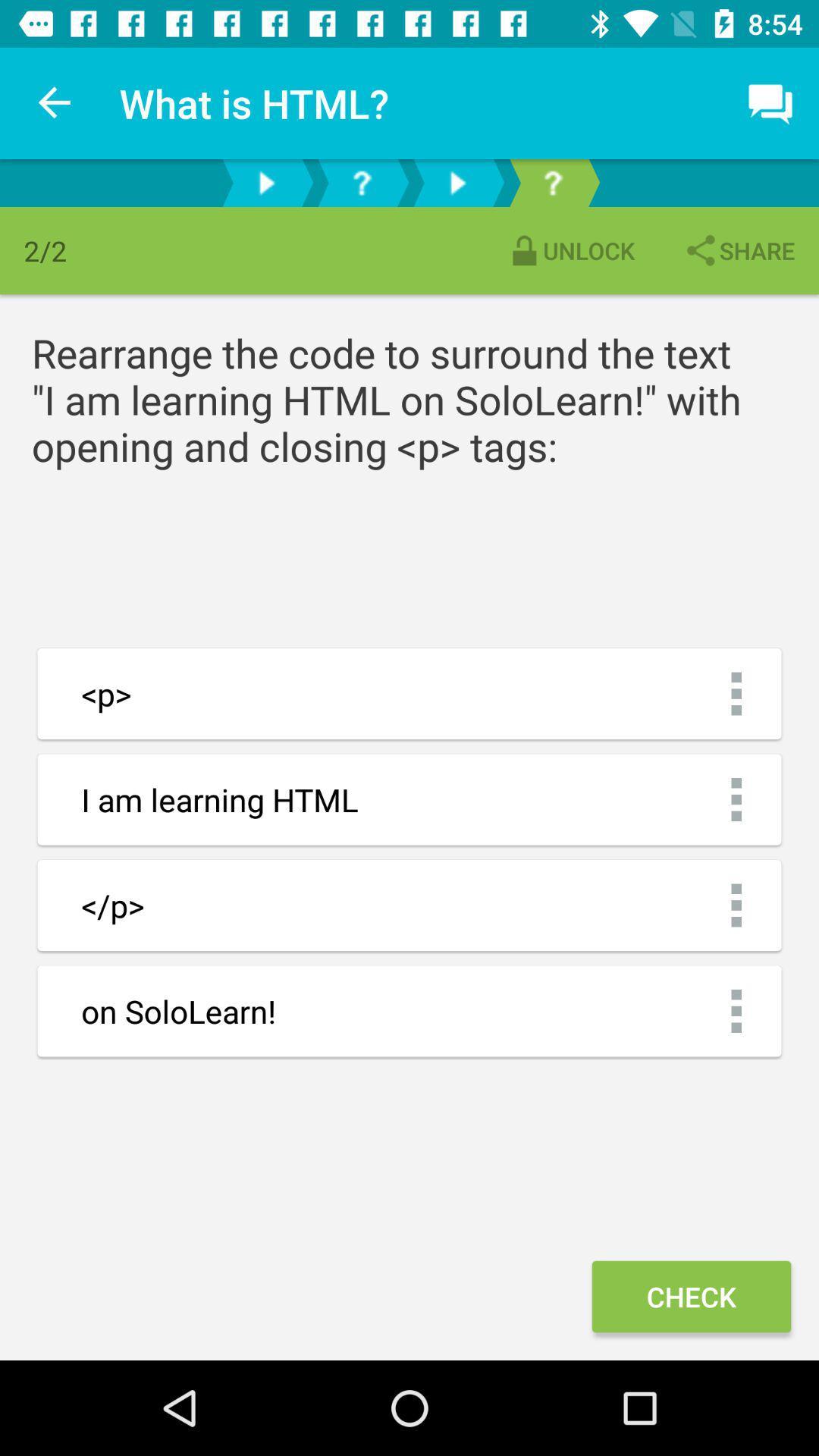 Image resolution: width=819 pixels, height=1456 pixels. I want to click on check box, so click(691, 1295).